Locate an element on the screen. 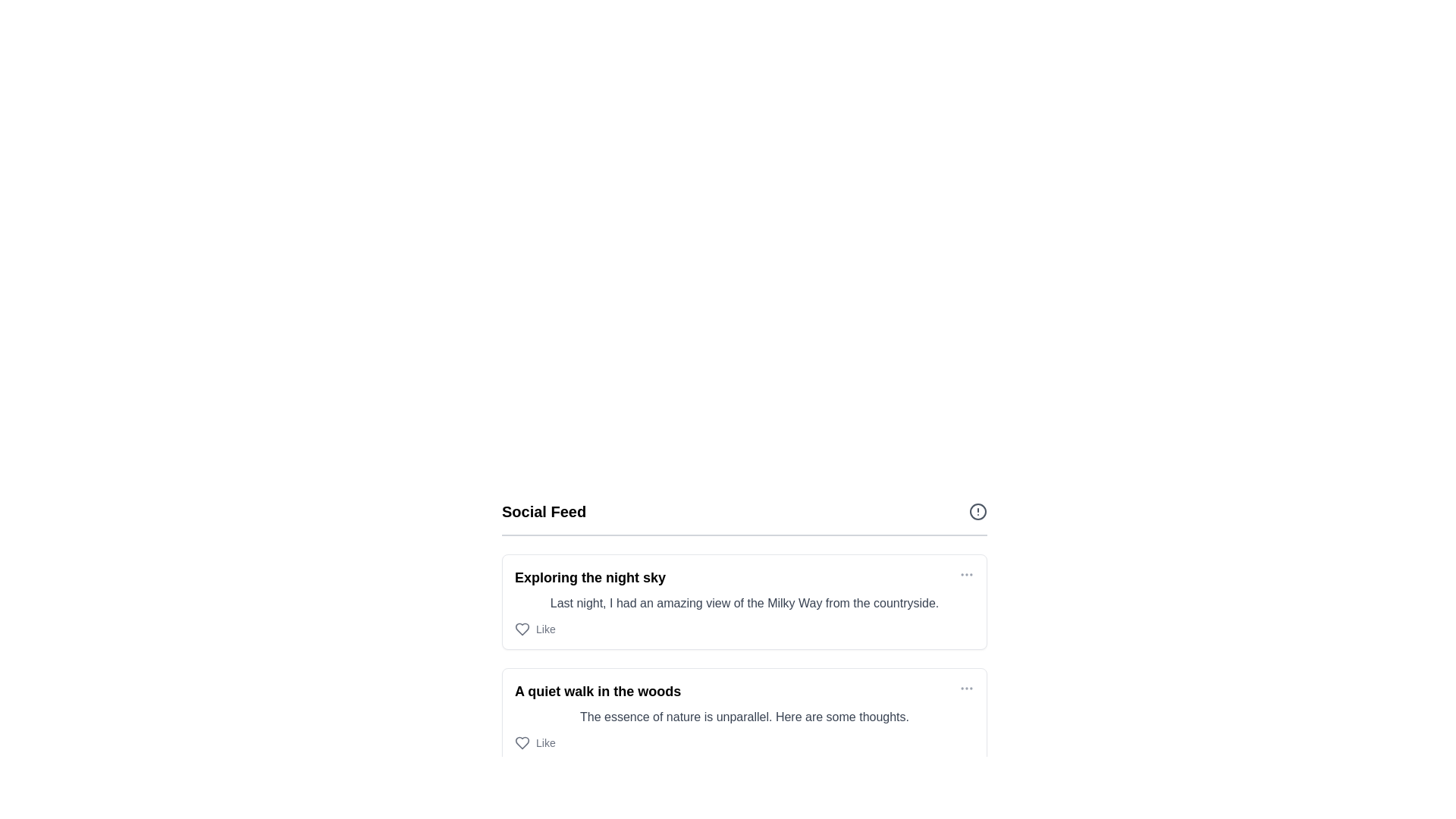  the status or warning icon located at the far right of the 'Social Feed' section header, horizontally aligned with the 'Social Feed' text is located at coordinates (978, 512).